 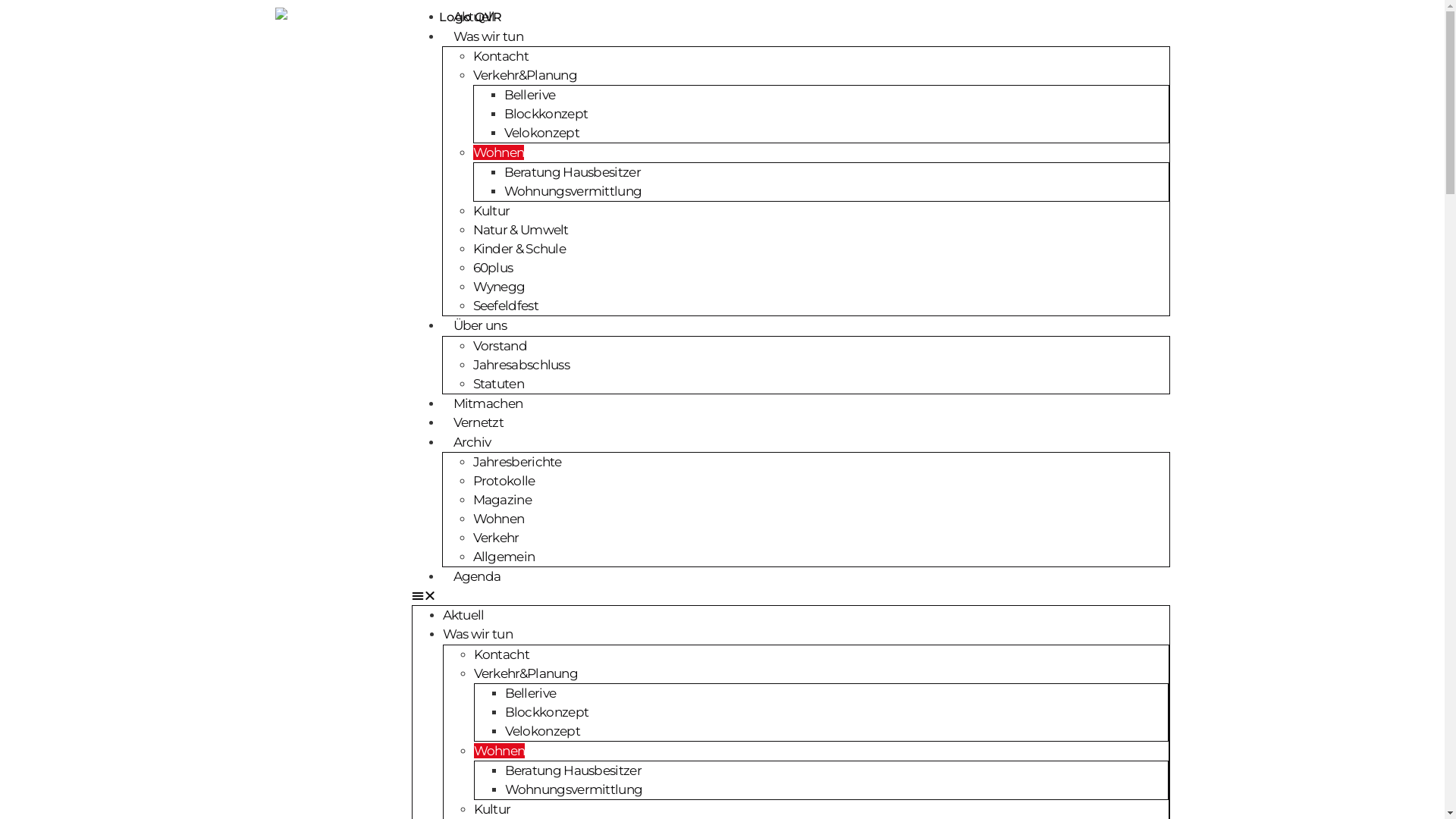 What do you see at coordinates (498, 517) in the screenshot?
I see `'Wohnen'` at bounding box center [498, 517].